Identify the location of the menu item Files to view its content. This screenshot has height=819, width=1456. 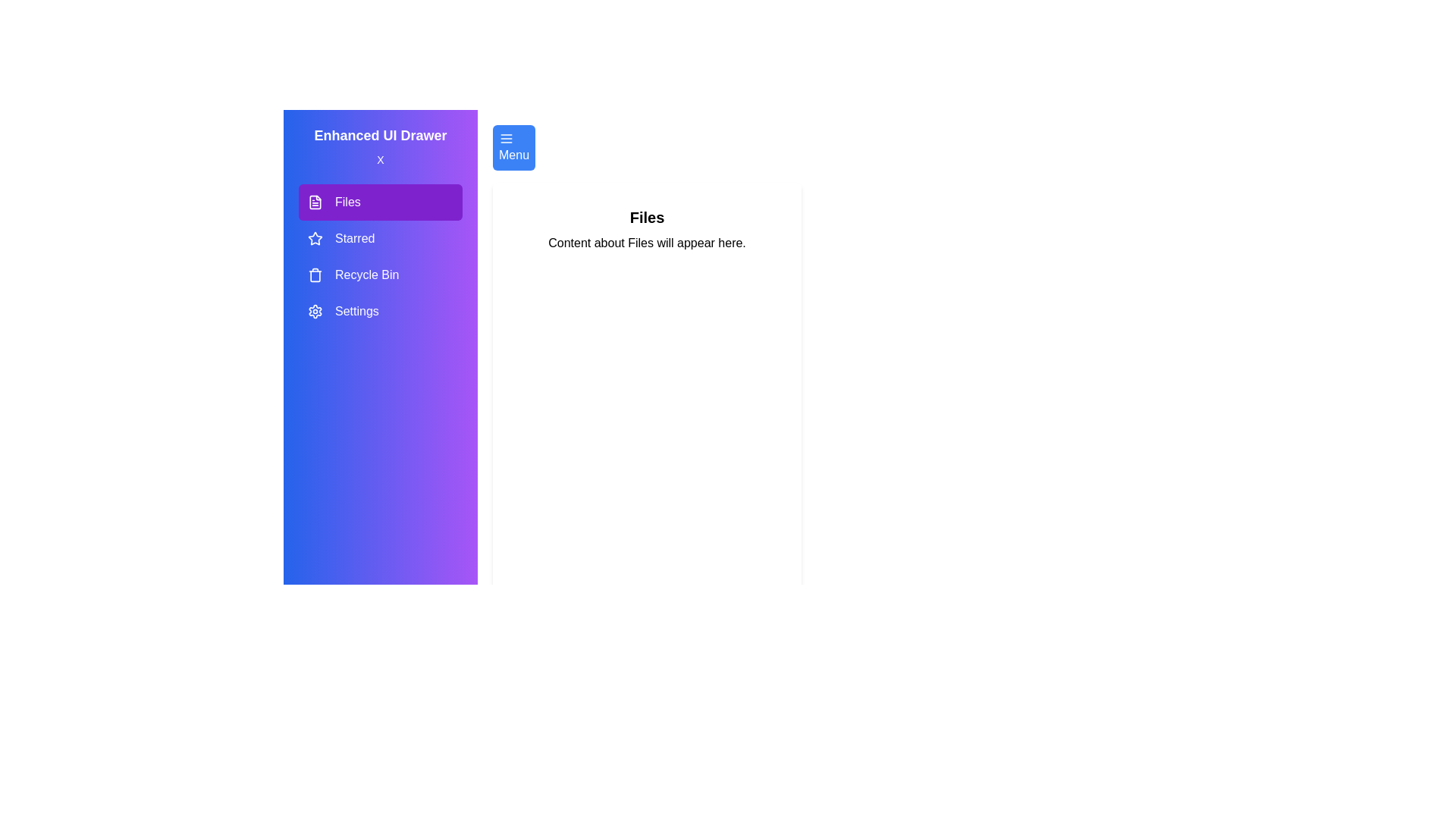
(381, 201).